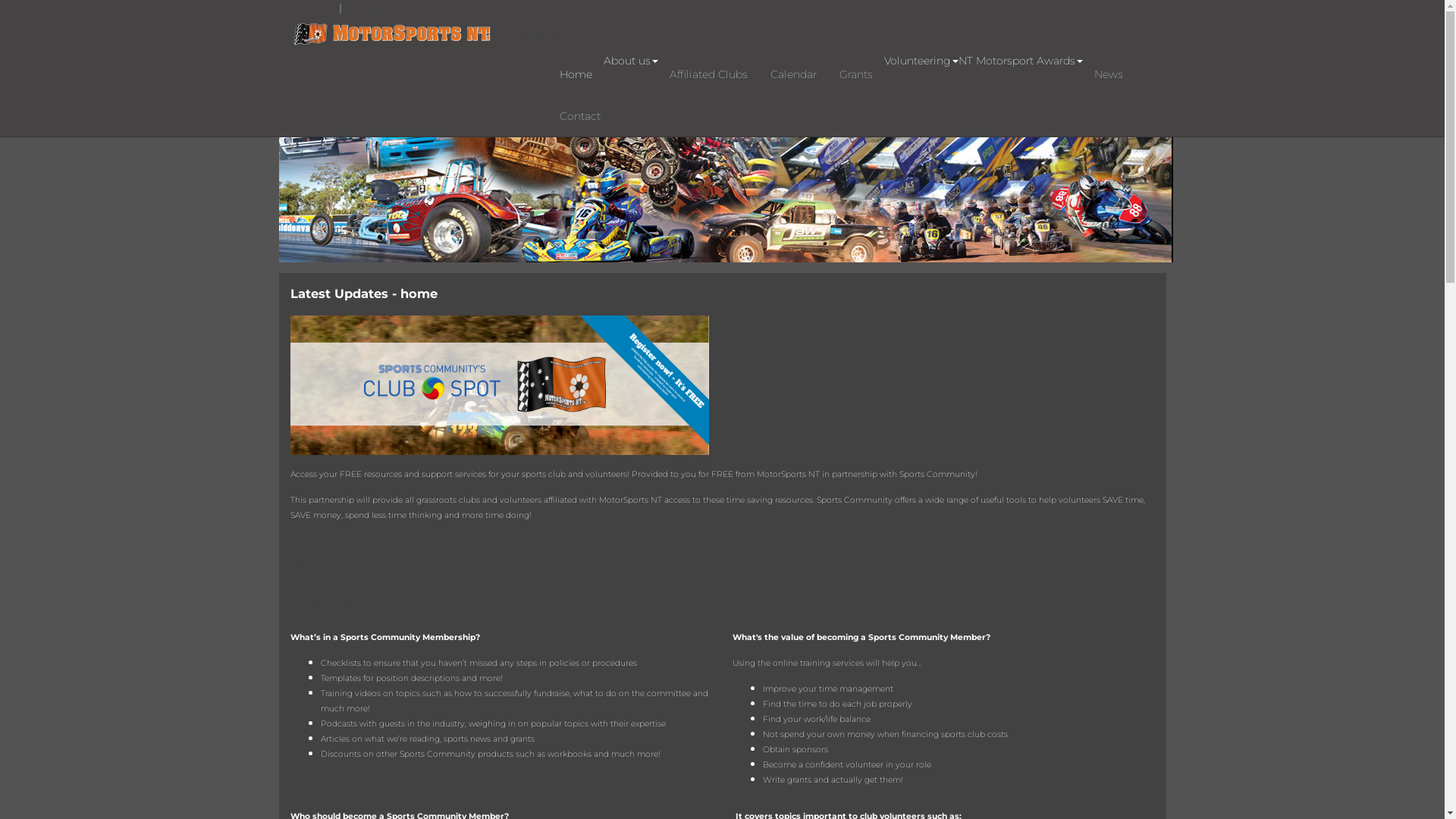 The image size is (1456, 819). What do you see at coordinates (1109, 74) in the screenshot?
I see `'News'` at bounding box center [1109, 74].